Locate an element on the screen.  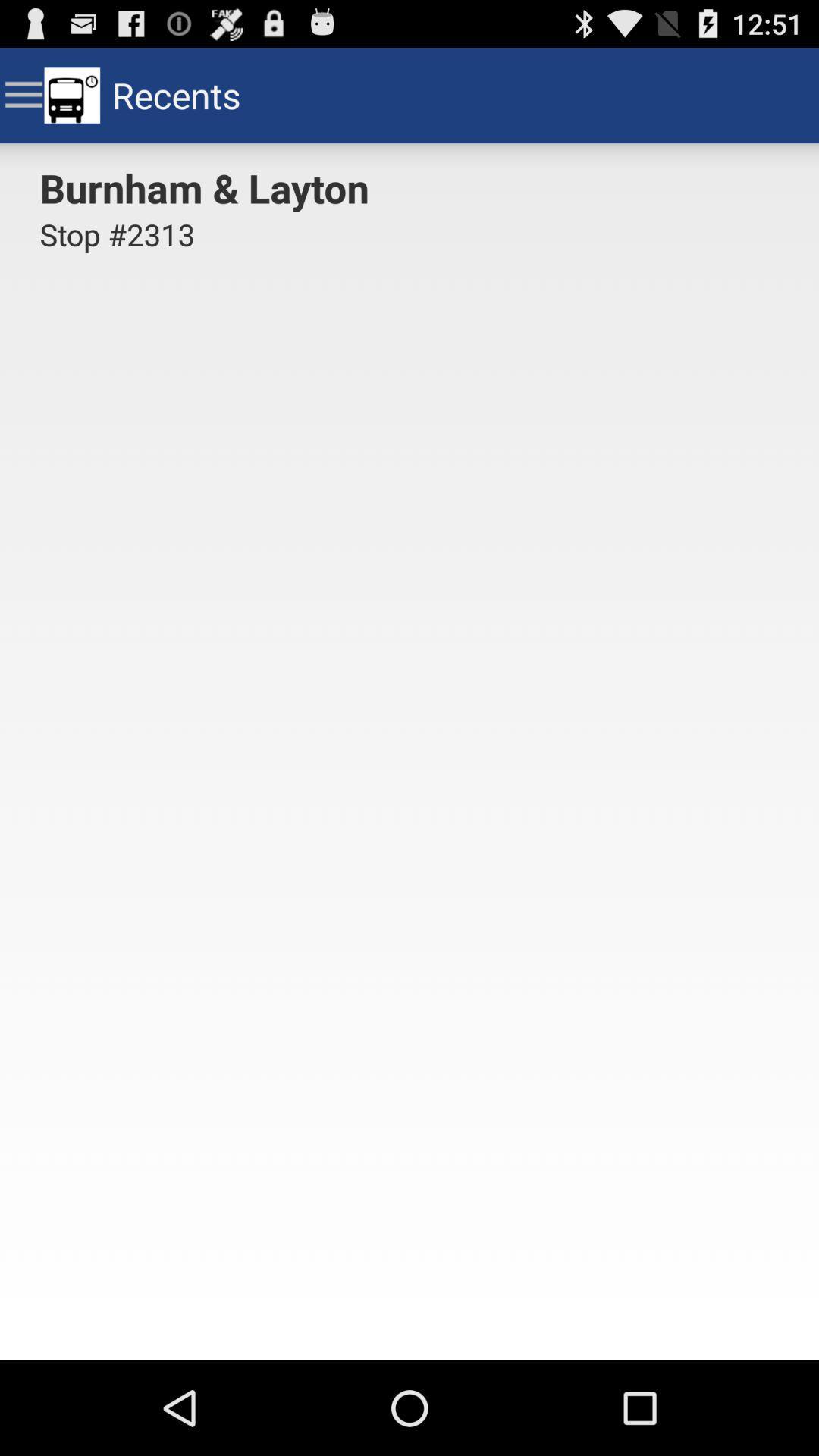
the stop #2313 icon is located at coordinates (116, 243).